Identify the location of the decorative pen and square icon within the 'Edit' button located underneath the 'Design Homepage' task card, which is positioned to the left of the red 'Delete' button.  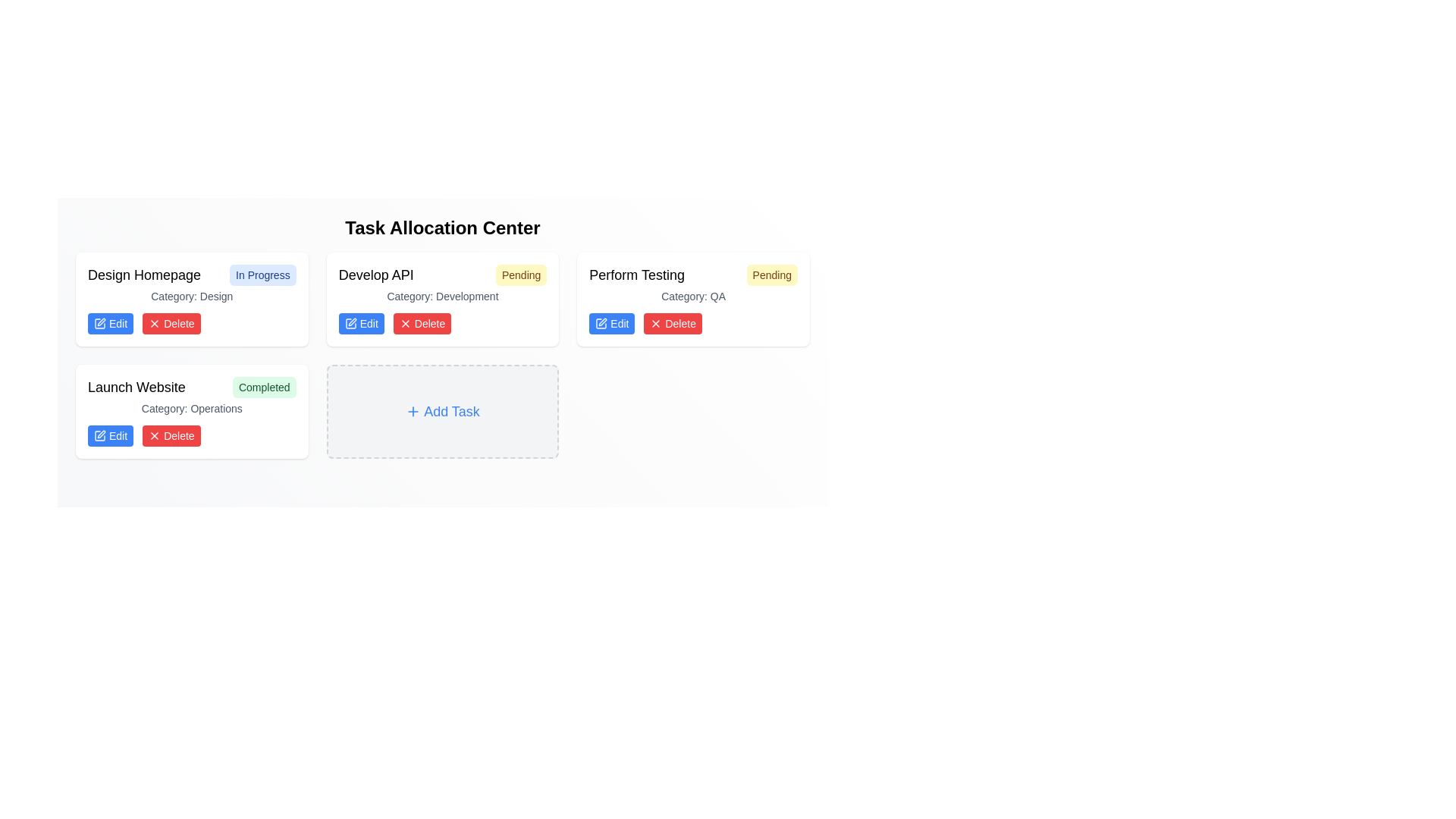
(99, 323).